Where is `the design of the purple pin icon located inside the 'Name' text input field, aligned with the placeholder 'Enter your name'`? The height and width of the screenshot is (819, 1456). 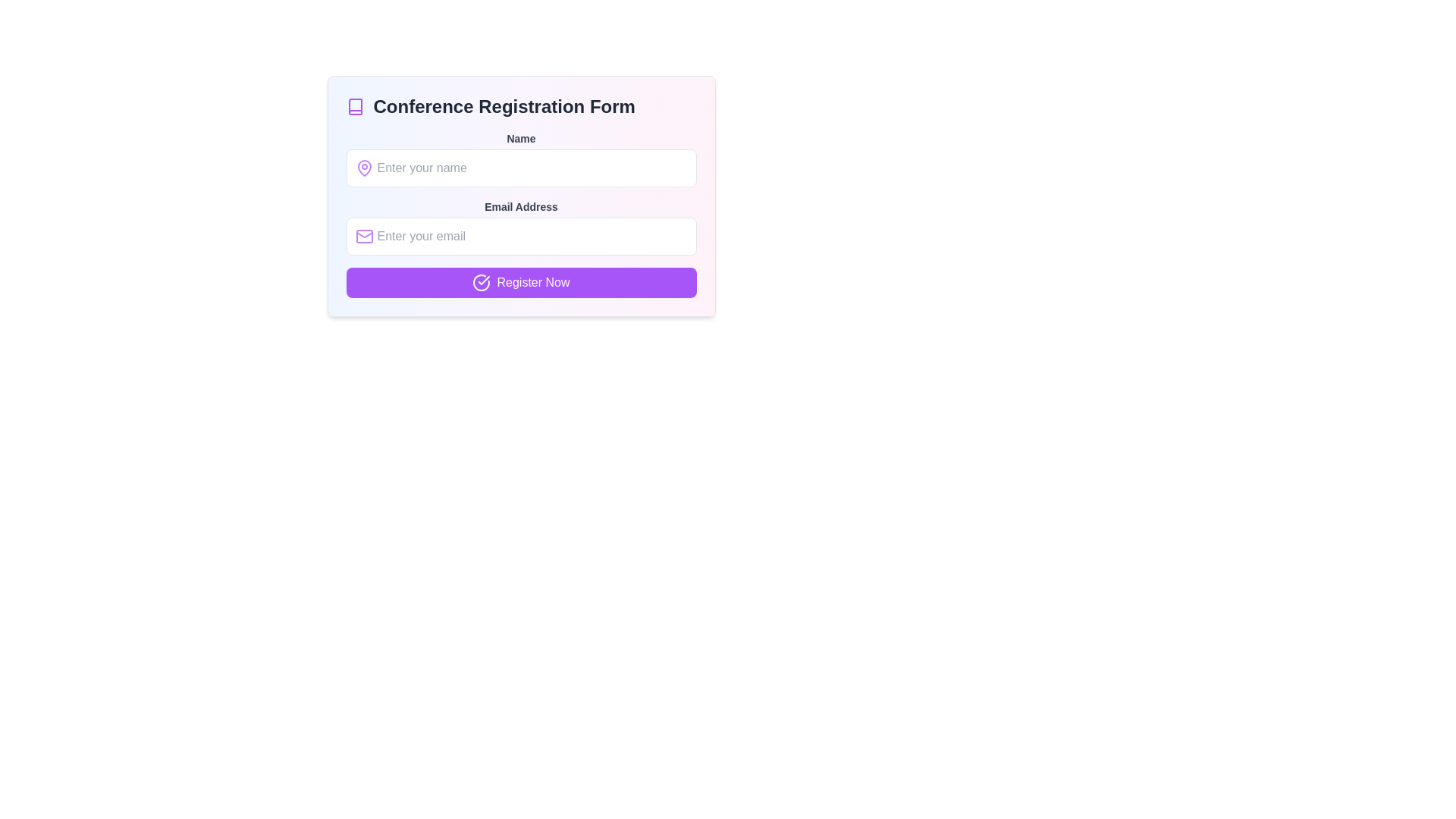 the design of the purple pin icon located inside the 'Name' text input field, aligned with the placeholder 'Enter your name' is located at coordinates (364, 168).